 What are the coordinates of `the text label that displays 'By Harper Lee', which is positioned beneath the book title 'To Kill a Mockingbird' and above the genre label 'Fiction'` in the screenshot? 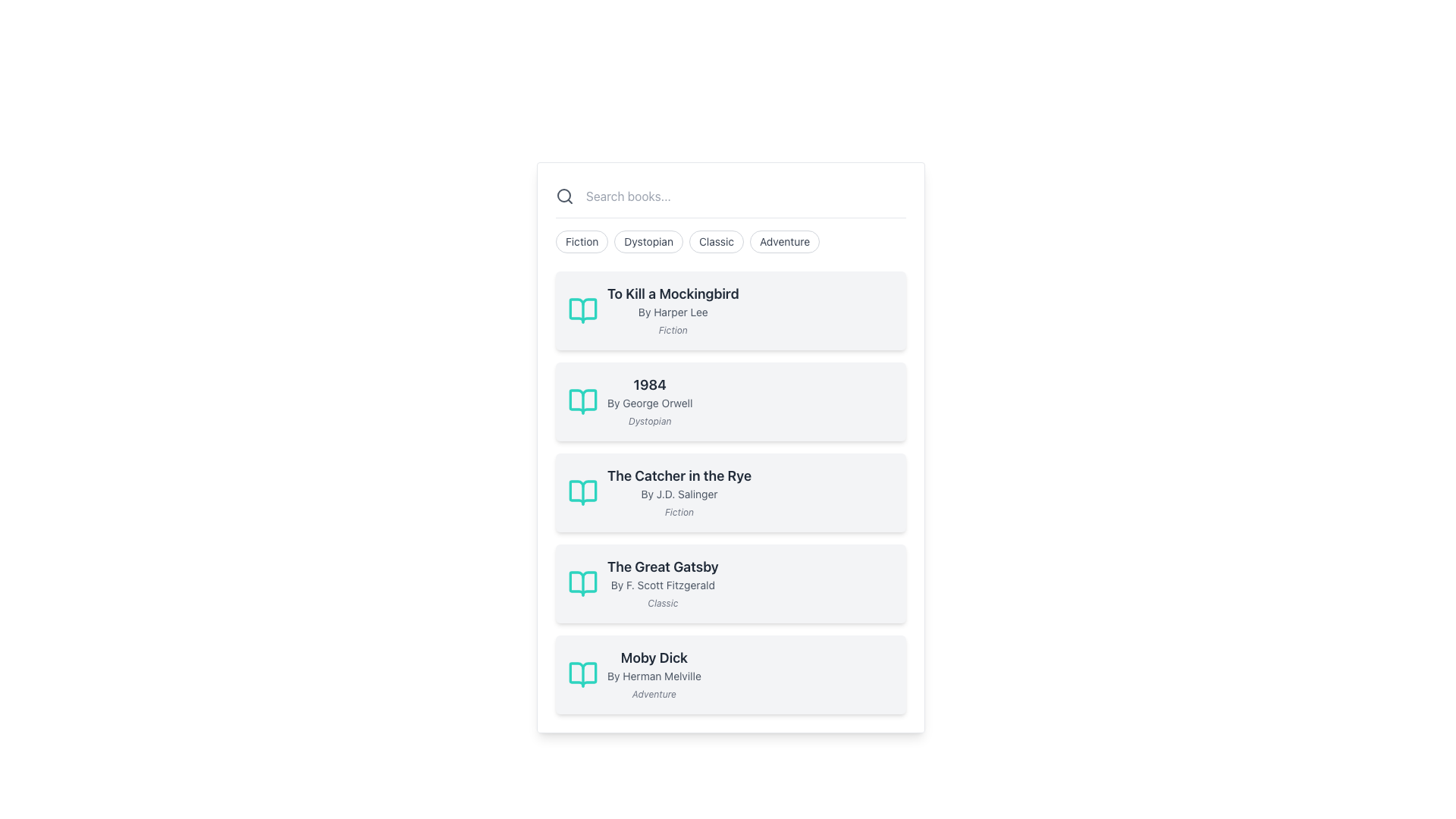 It's located at (672, 312).